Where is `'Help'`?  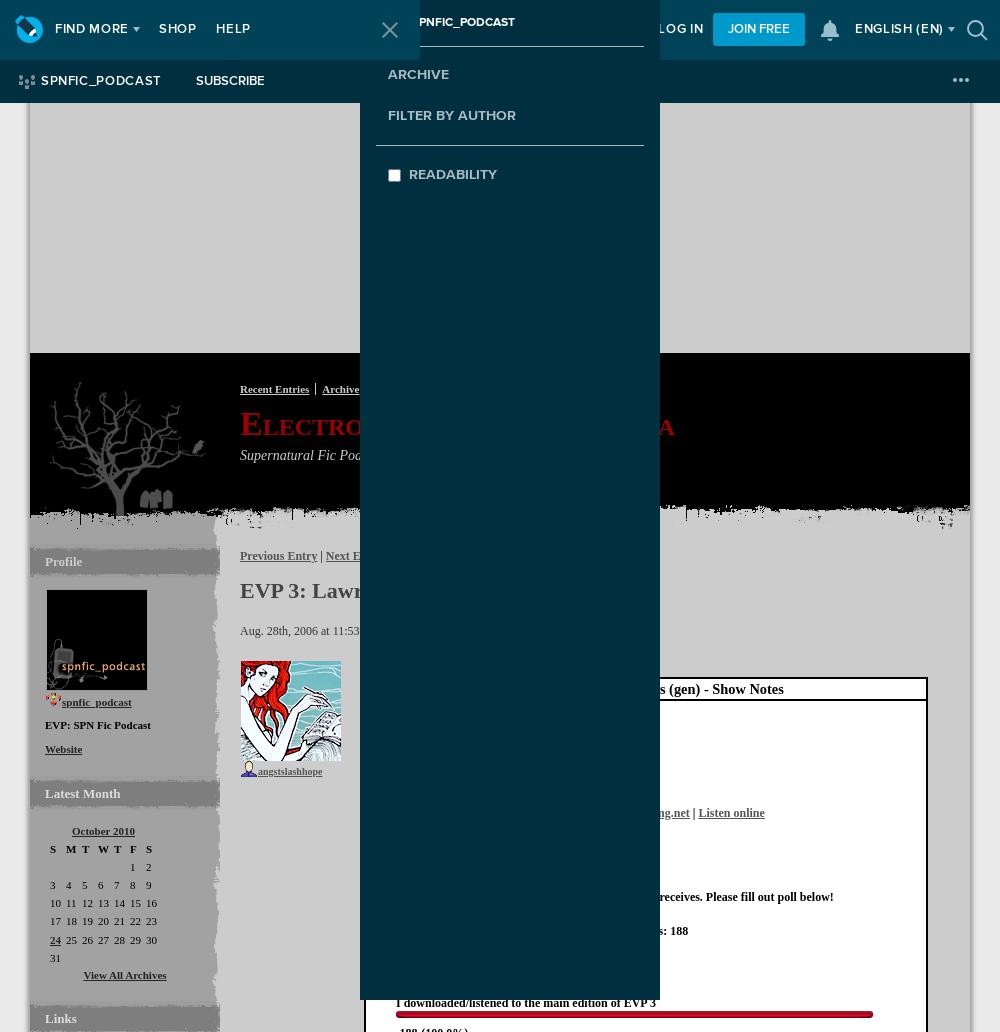
'Help' is located at coordinates (232, 29).